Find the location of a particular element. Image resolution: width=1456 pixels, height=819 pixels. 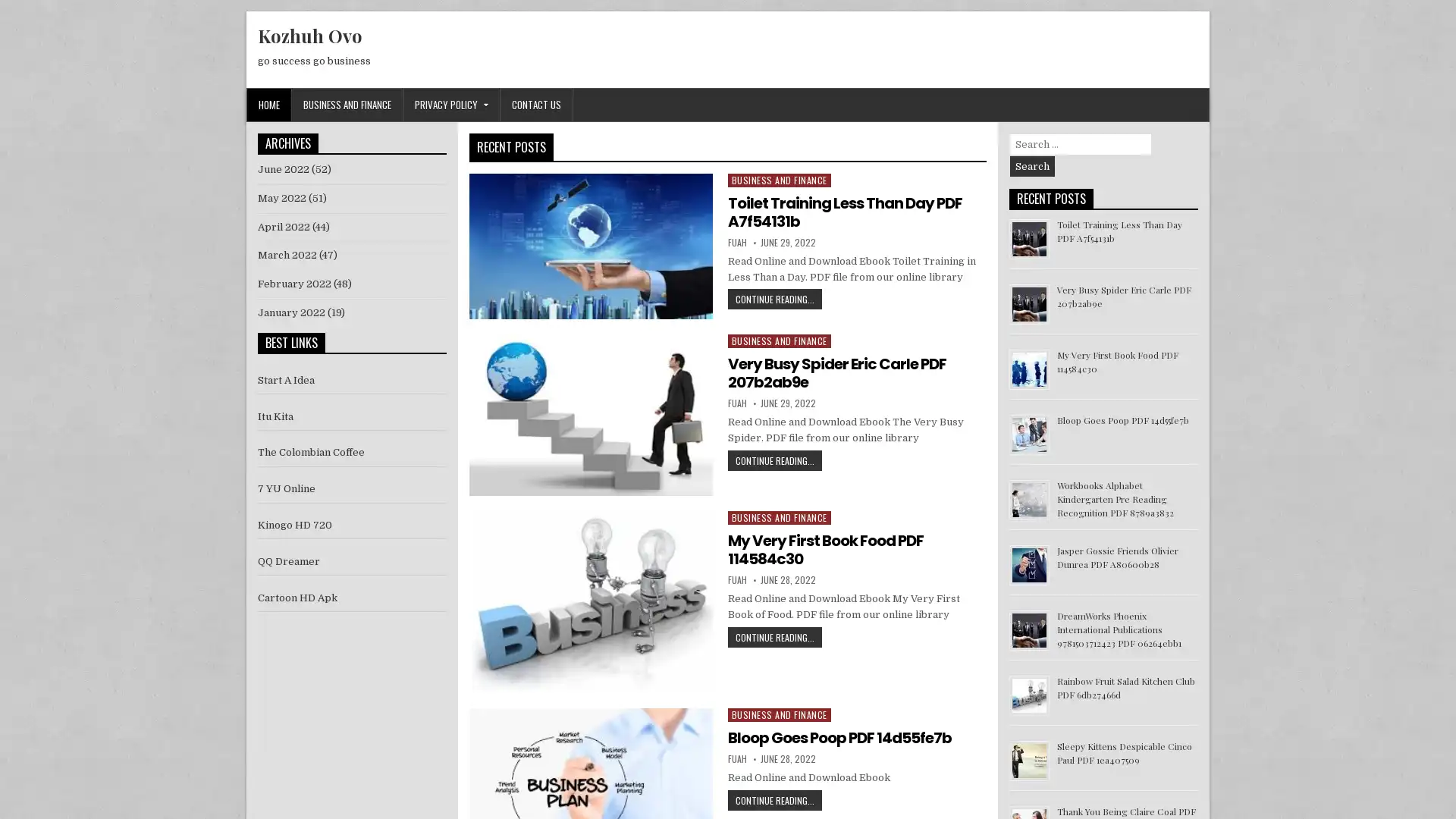

Search is located at coordinates (1031, 166).